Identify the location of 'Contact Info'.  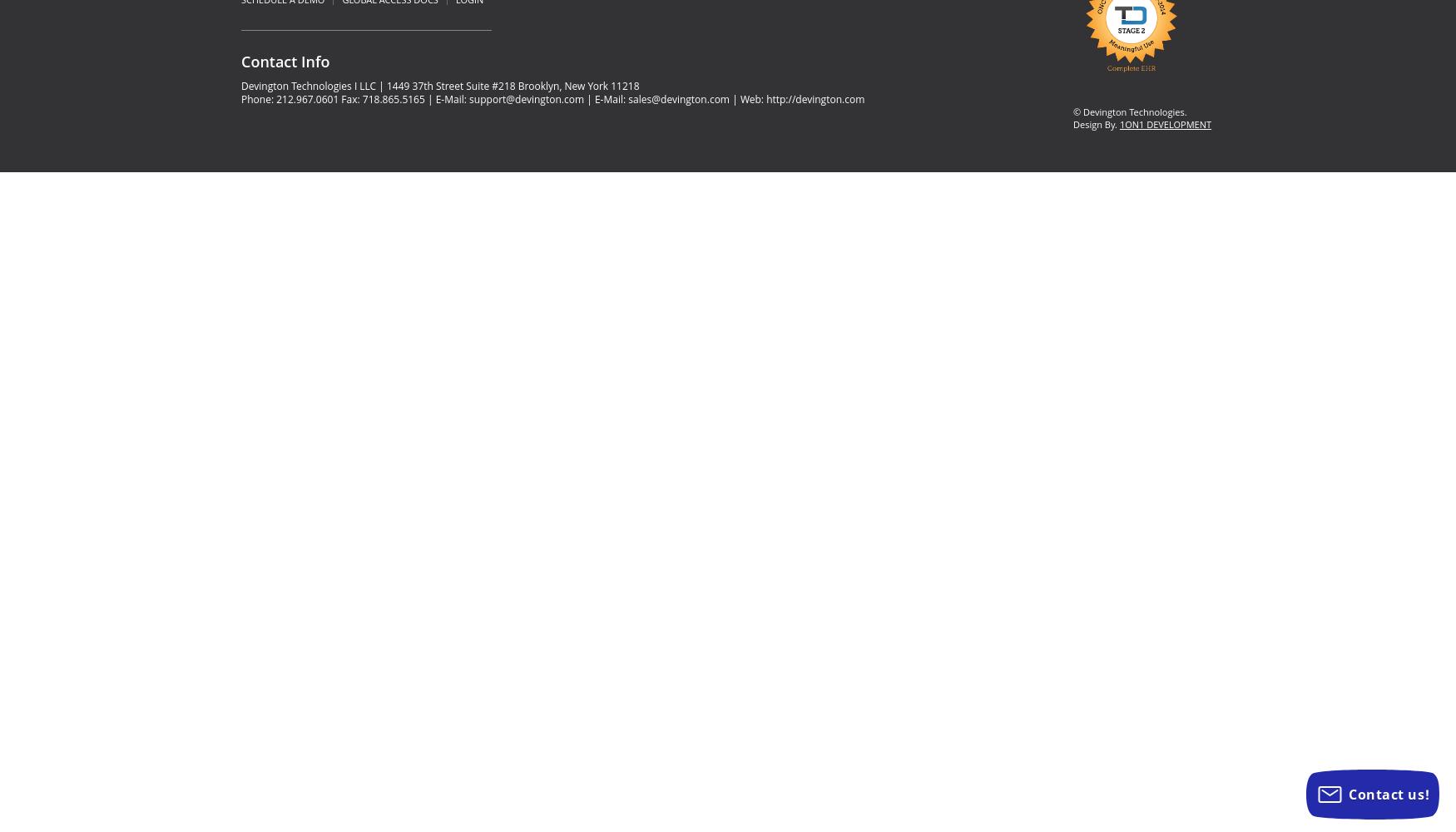
(285, 61).